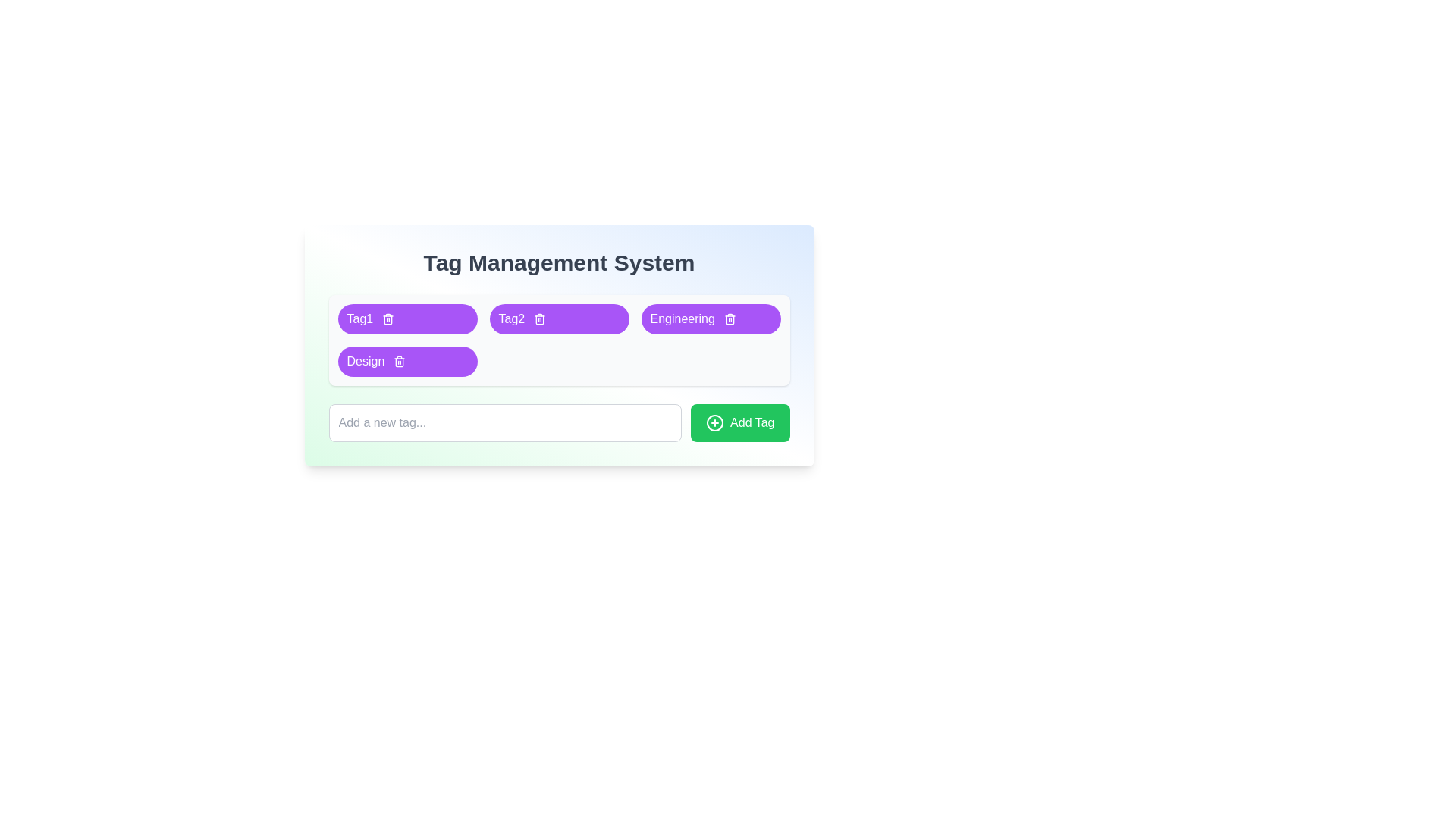  What do you see at coordinates (714, 423) in the screenshot?
I see `the circular icon located on the left side of the 'Add Tag' button in the bottom-right corner of the interface` at bounding box center [714, 423].